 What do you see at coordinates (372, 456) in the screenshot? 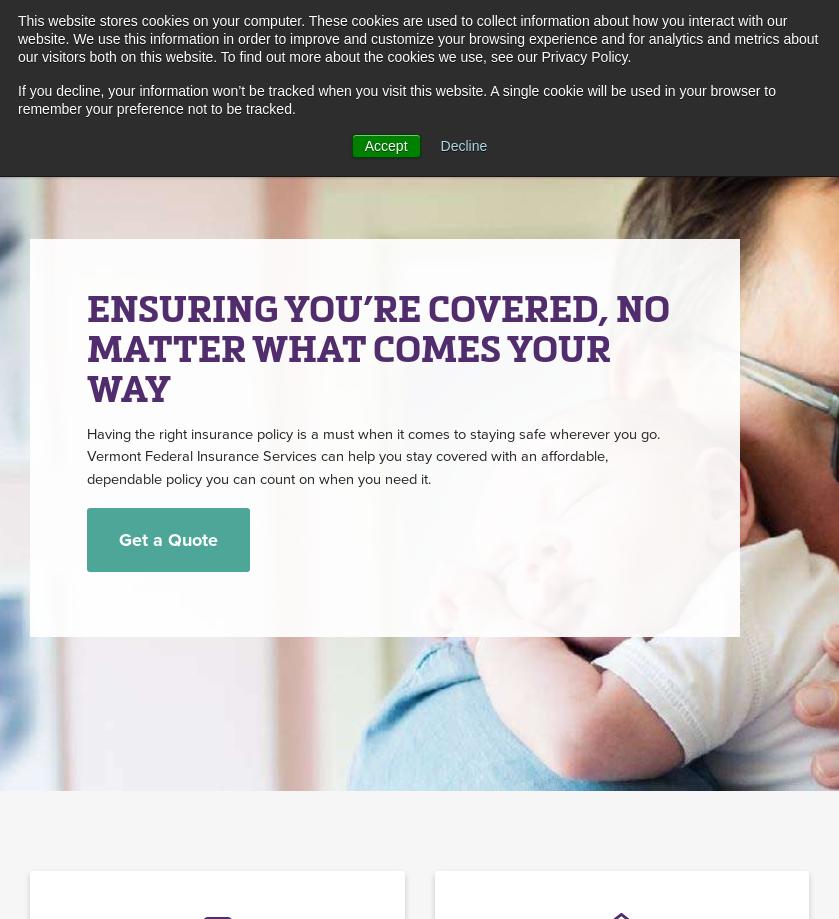
I see `'Having the right insurance policy is a must when it comes to staying safe wherever you go. Vermont Federal Insurance Services can help you stay covered with an affordable, dependable policy you can count on when you need it.'` at bounding box center [372, 456].